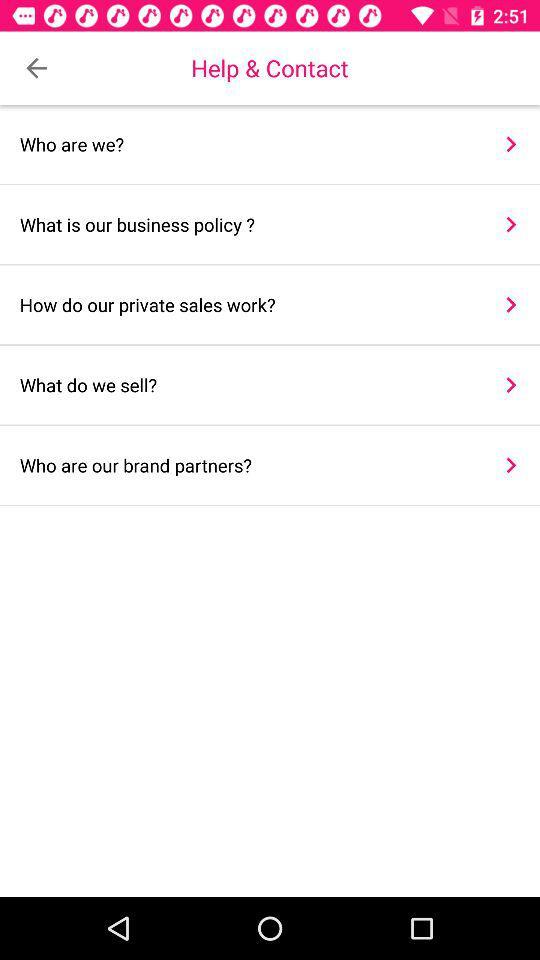 This screenshot has height=960, width=540. I want to click on the icon at the top left corner, so click(36, 68).